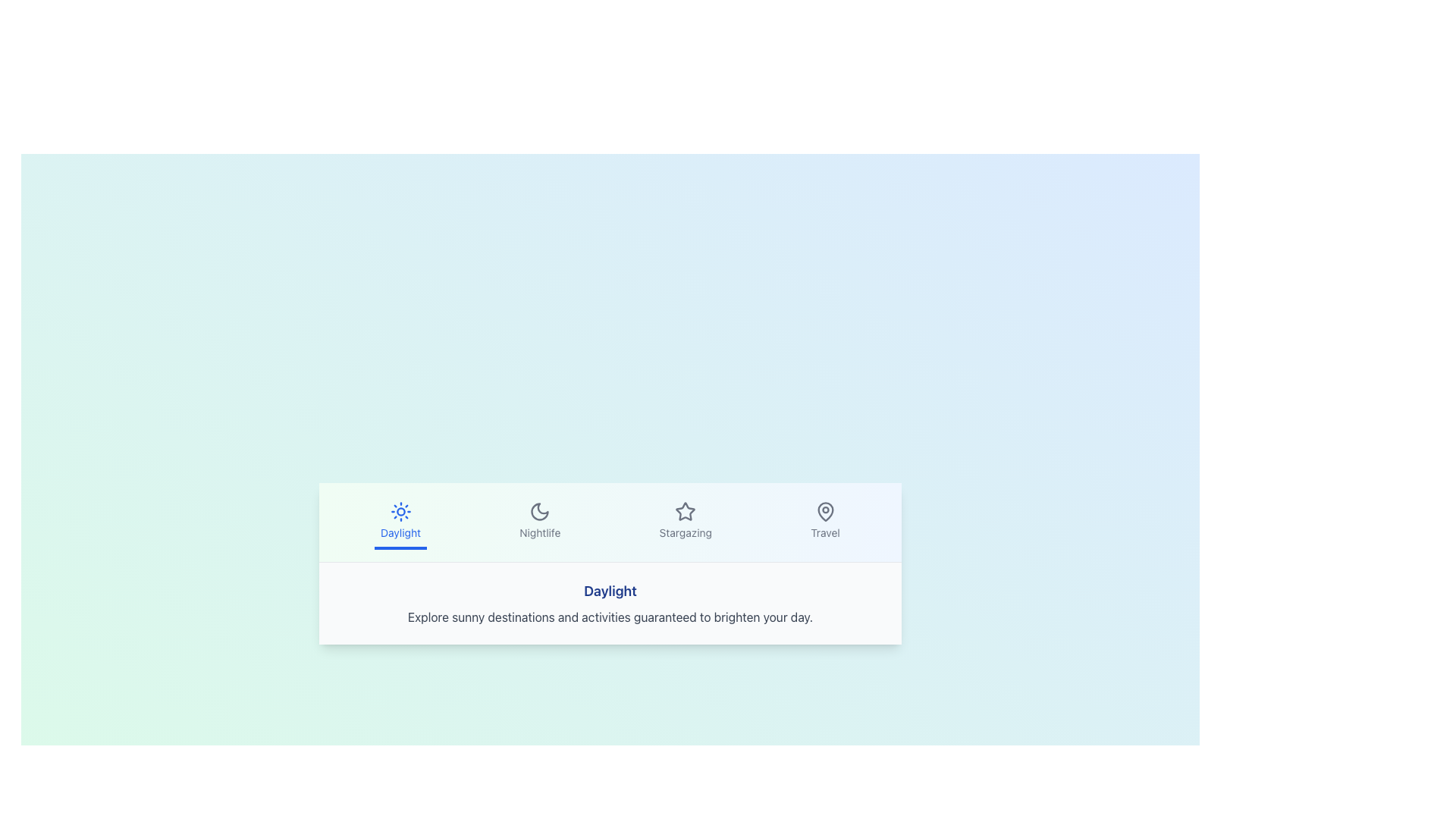 The image size is (1456, 819). I want to click on the star-shaped icon with a hollow center located in the menu section above the 'Stargazing' label, so click(685, 510).